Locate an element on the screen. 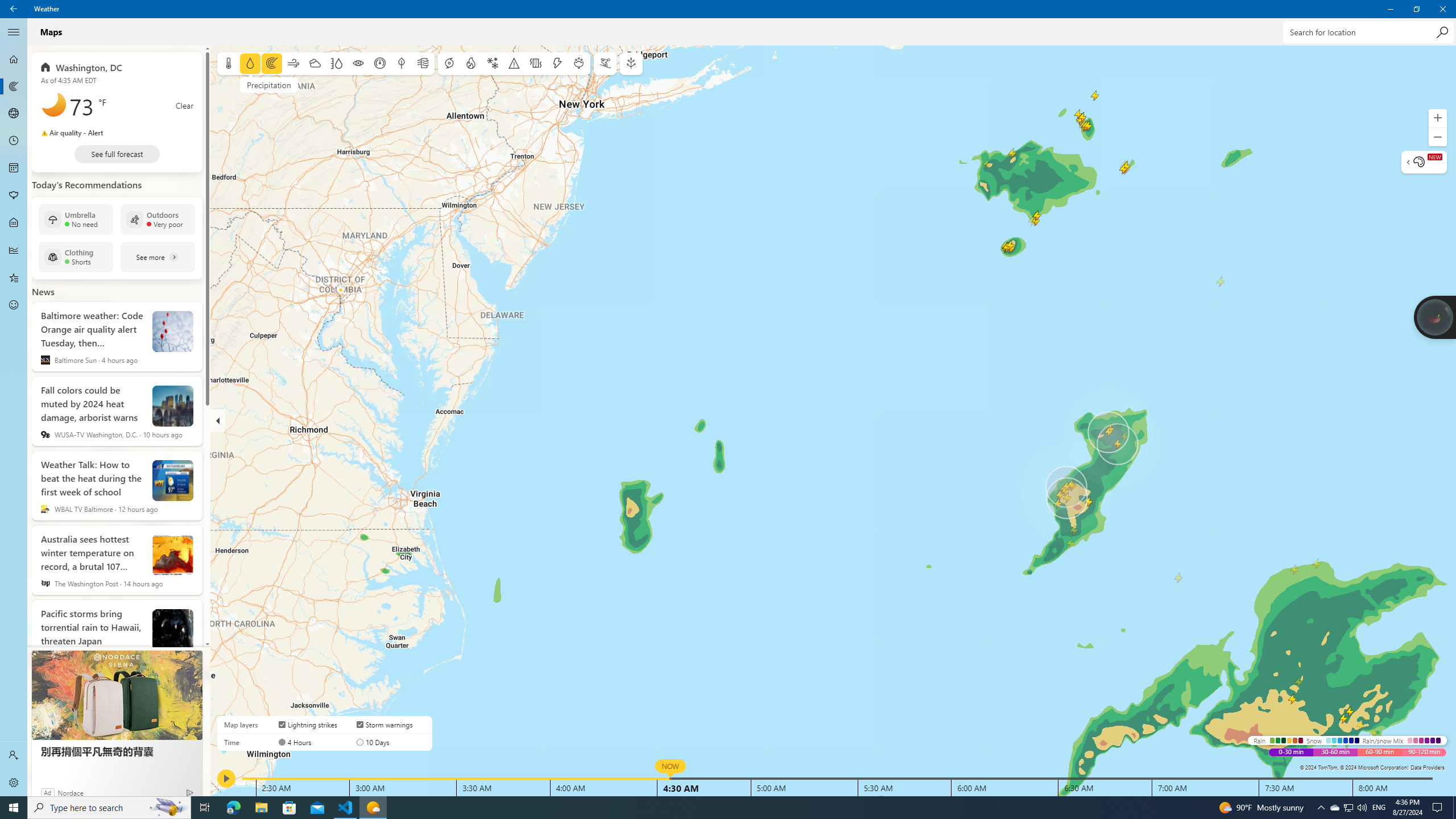 The image size is (1456, 819). 'Show desktop' is located at coordinates (1454, 806).